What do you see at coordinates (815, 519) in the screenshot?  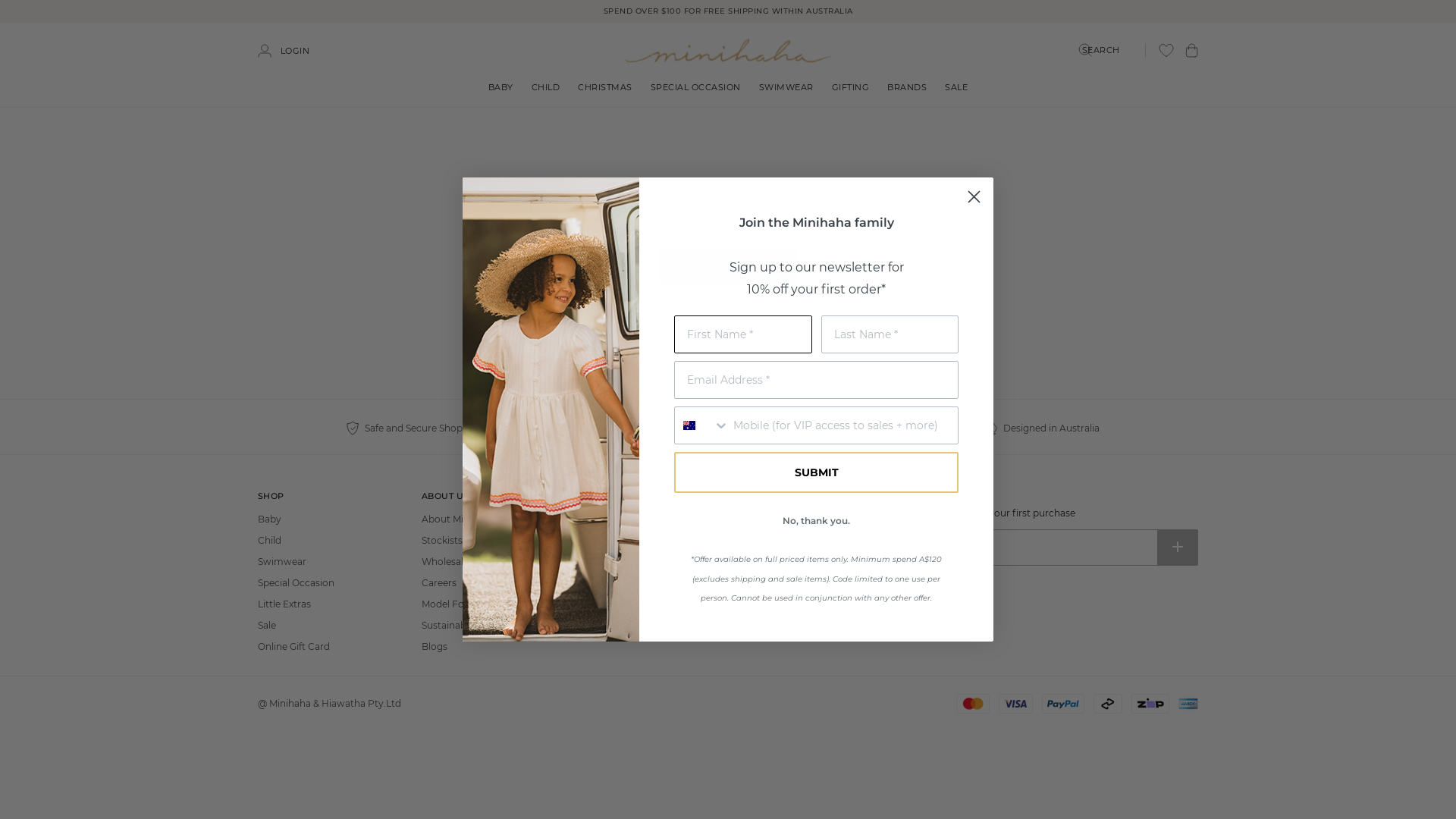 I see `'No, thank you.'` at bounding box center [815, 519].